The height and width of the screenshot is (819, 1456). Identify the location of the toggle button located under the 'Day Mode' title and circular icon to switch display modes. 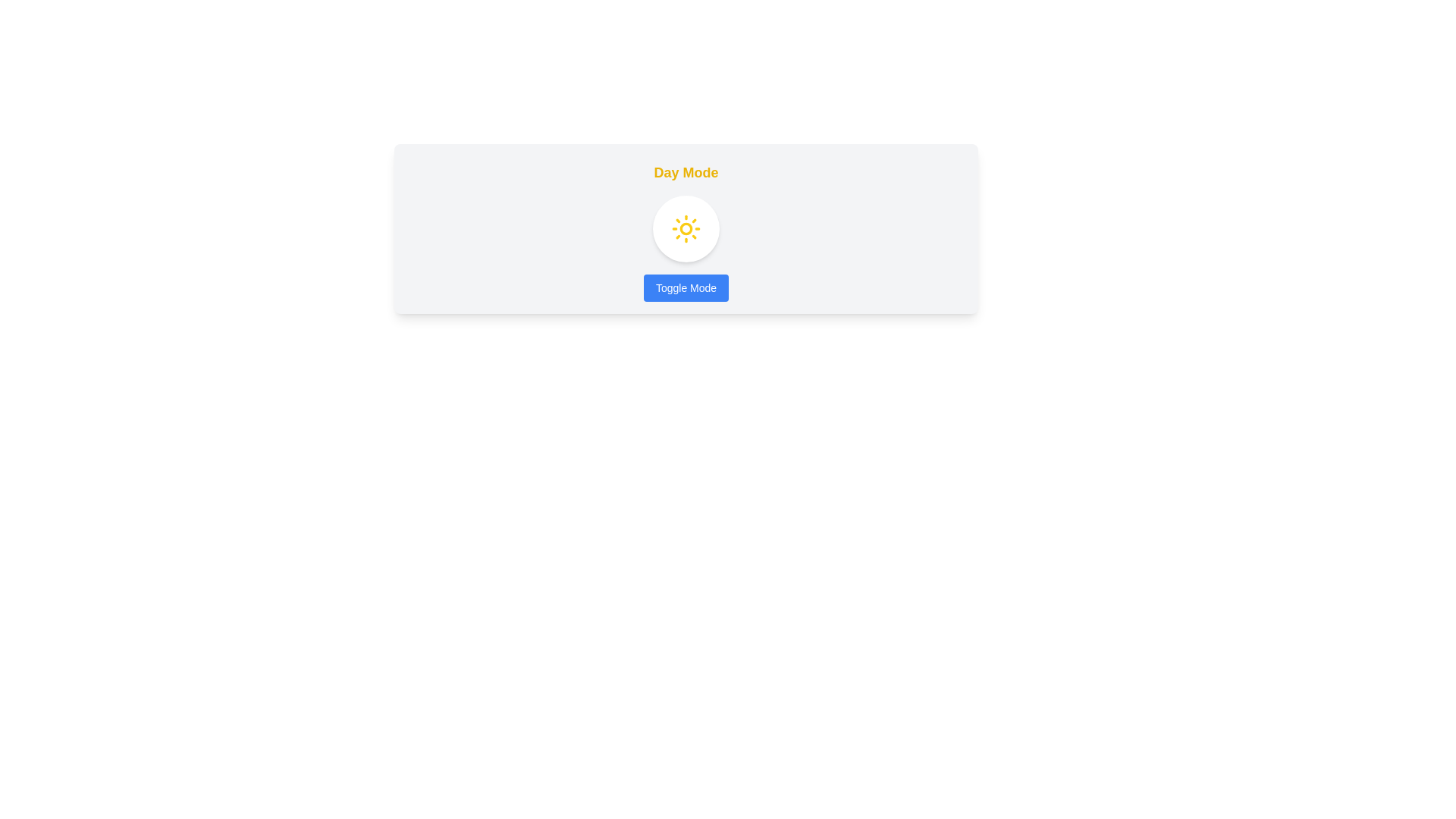
(685, 288).